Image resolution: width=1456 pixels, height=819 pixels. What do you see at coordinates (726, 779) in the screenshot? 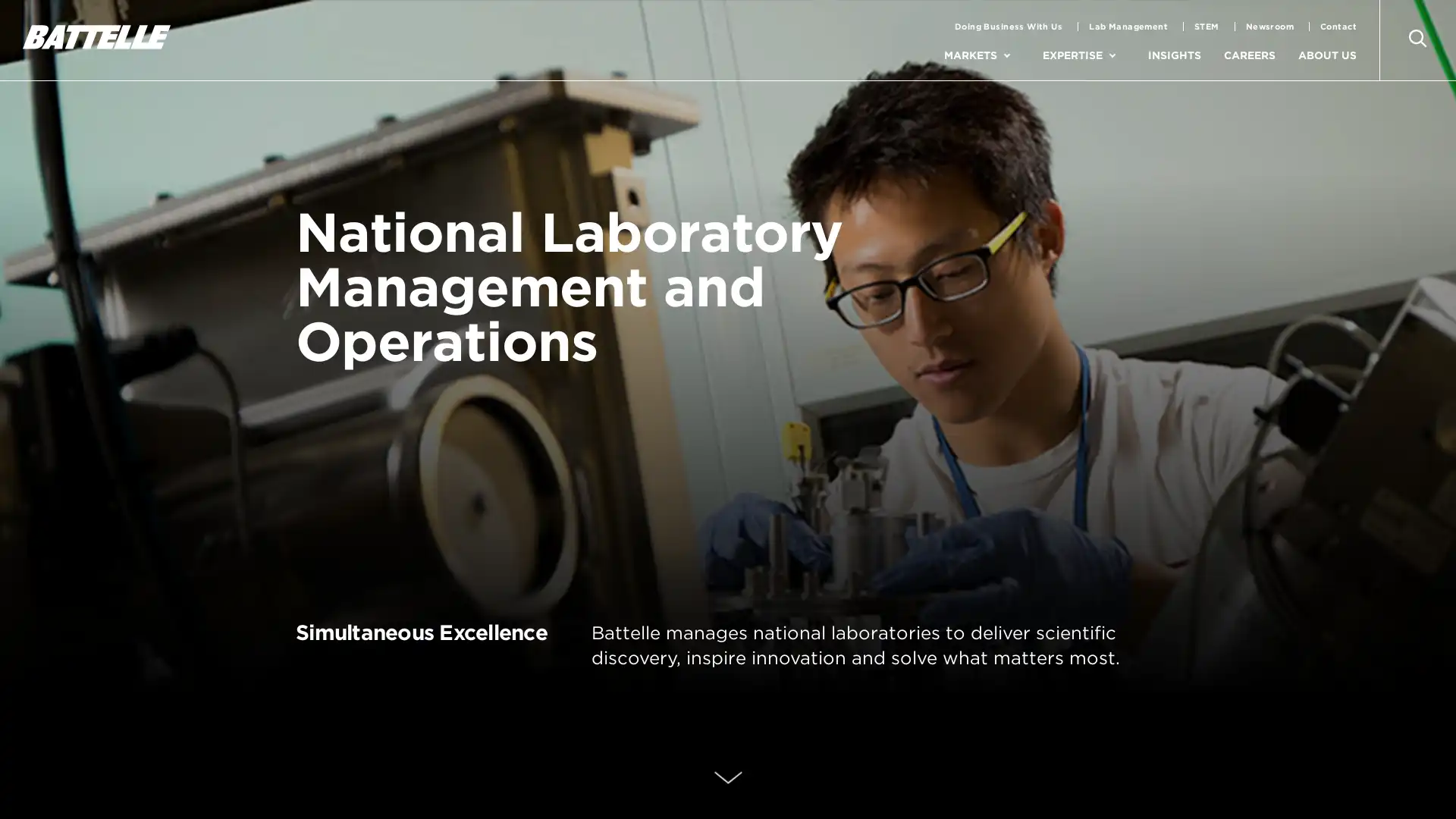
I see `SCROLL DOWN TO NEXT SECTION` at bounding box center [726, 779].